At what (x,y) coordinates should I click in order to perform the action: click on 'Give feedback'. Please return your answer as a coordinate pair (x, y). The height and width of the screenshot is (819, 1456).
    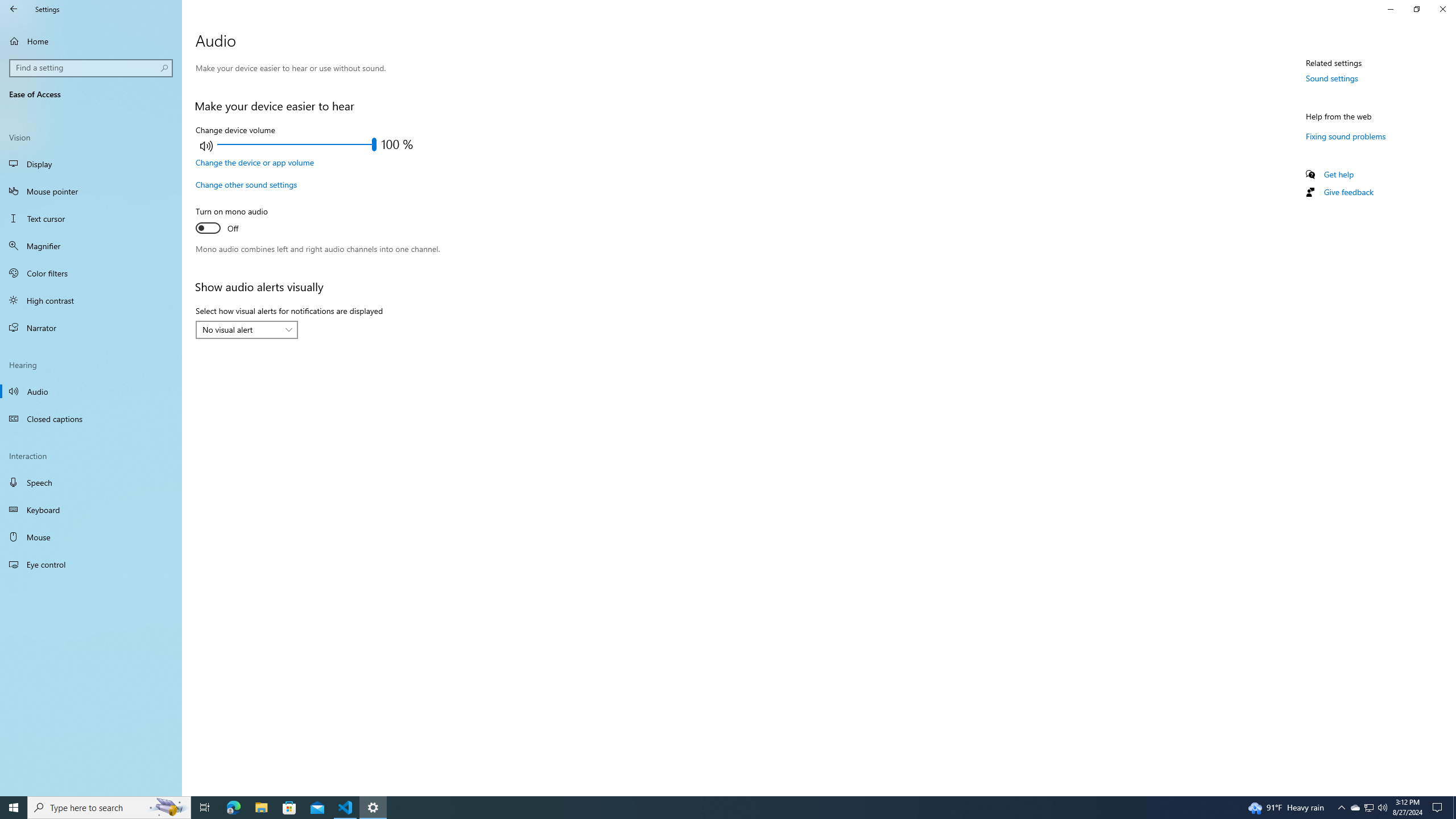
    Looking at the image, I should click on (1347, 192).